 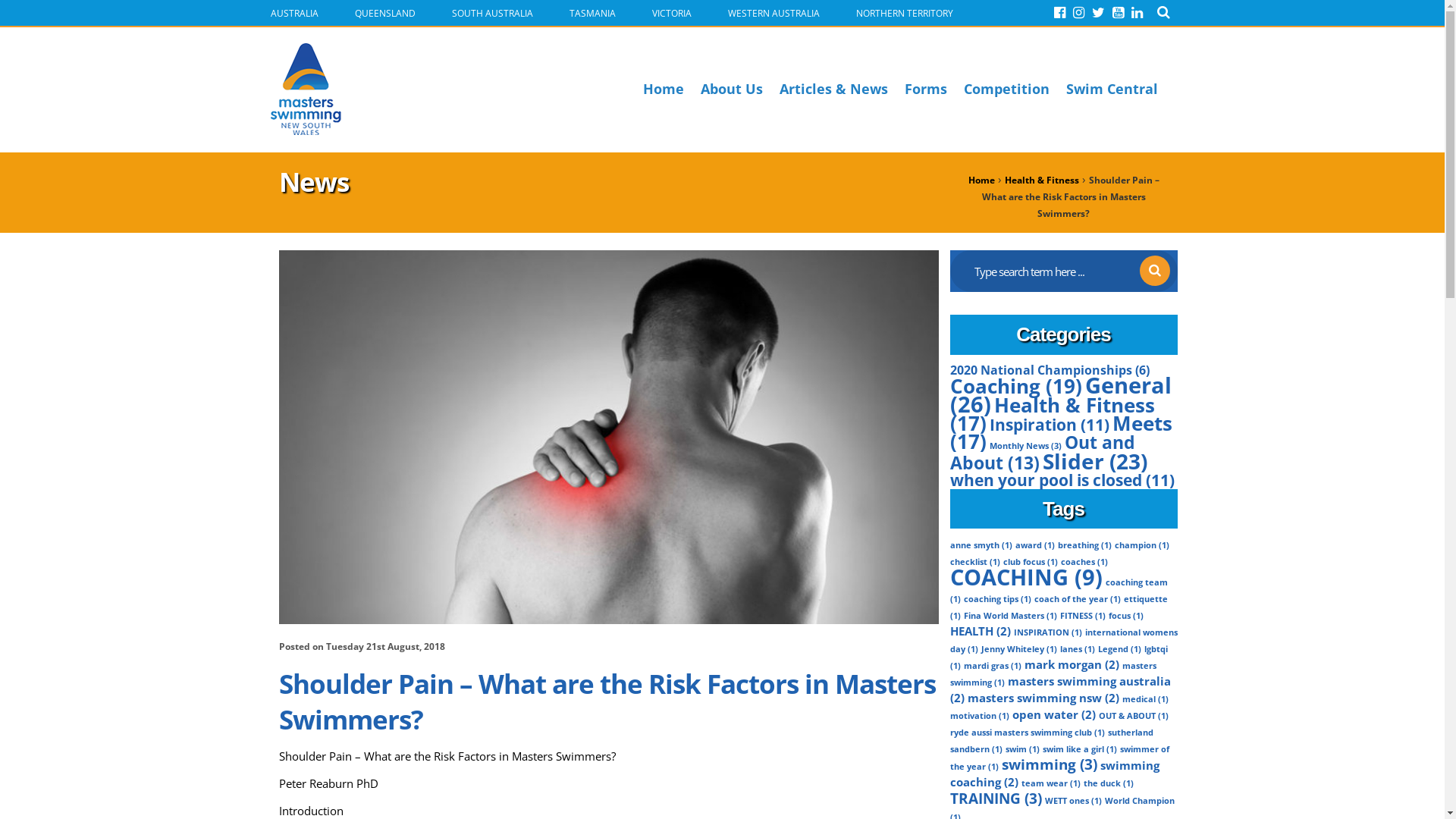 What do you see at coordinates (1040, 748) in the screenshot?
I see `'swim like a girl (1)'` at bounding box center [1040, 748].